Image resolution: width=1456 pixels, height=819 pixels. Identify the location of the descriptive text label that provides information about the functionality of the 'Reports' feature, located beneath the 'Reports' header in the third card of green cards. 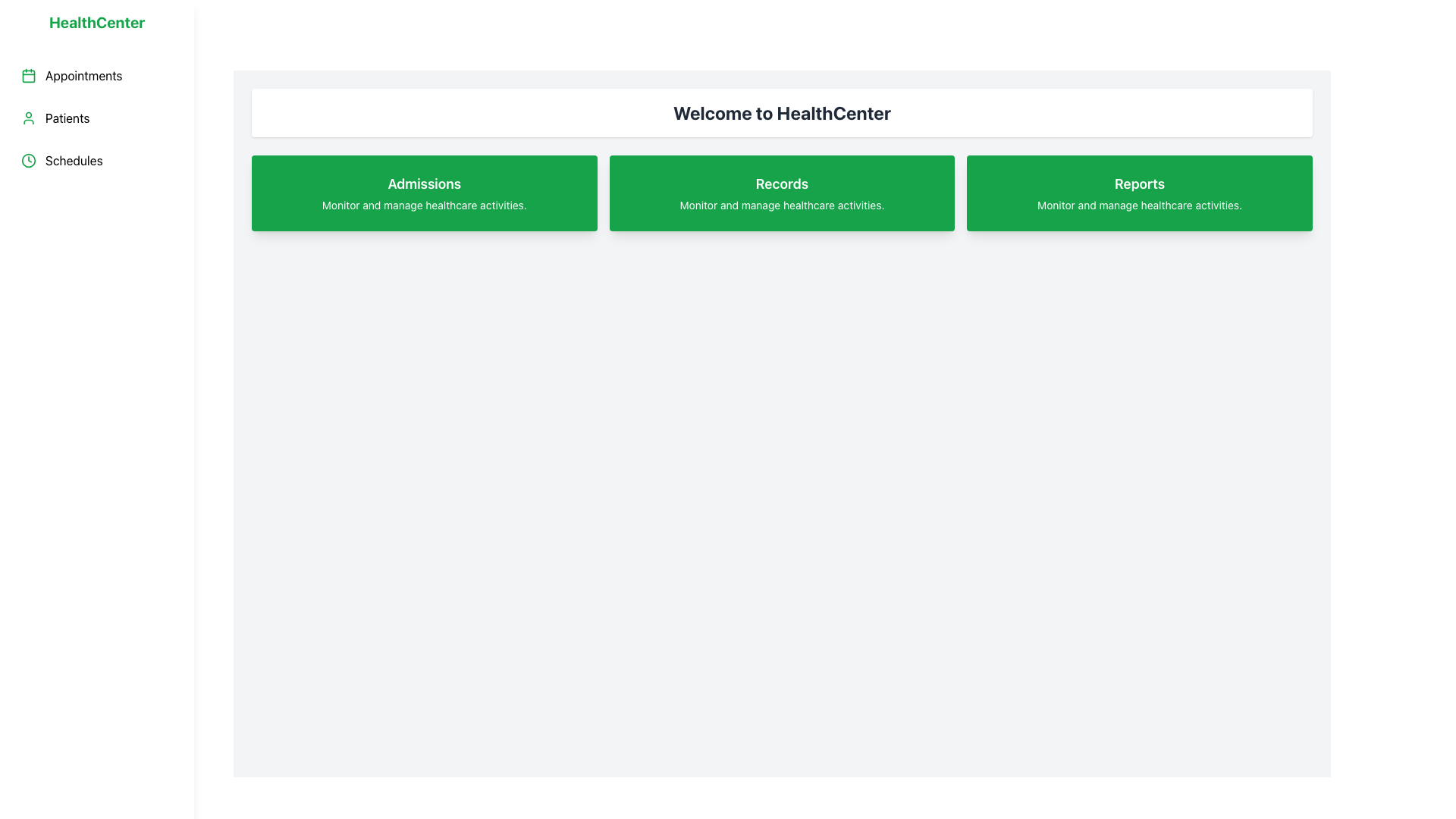
(1140, 205).